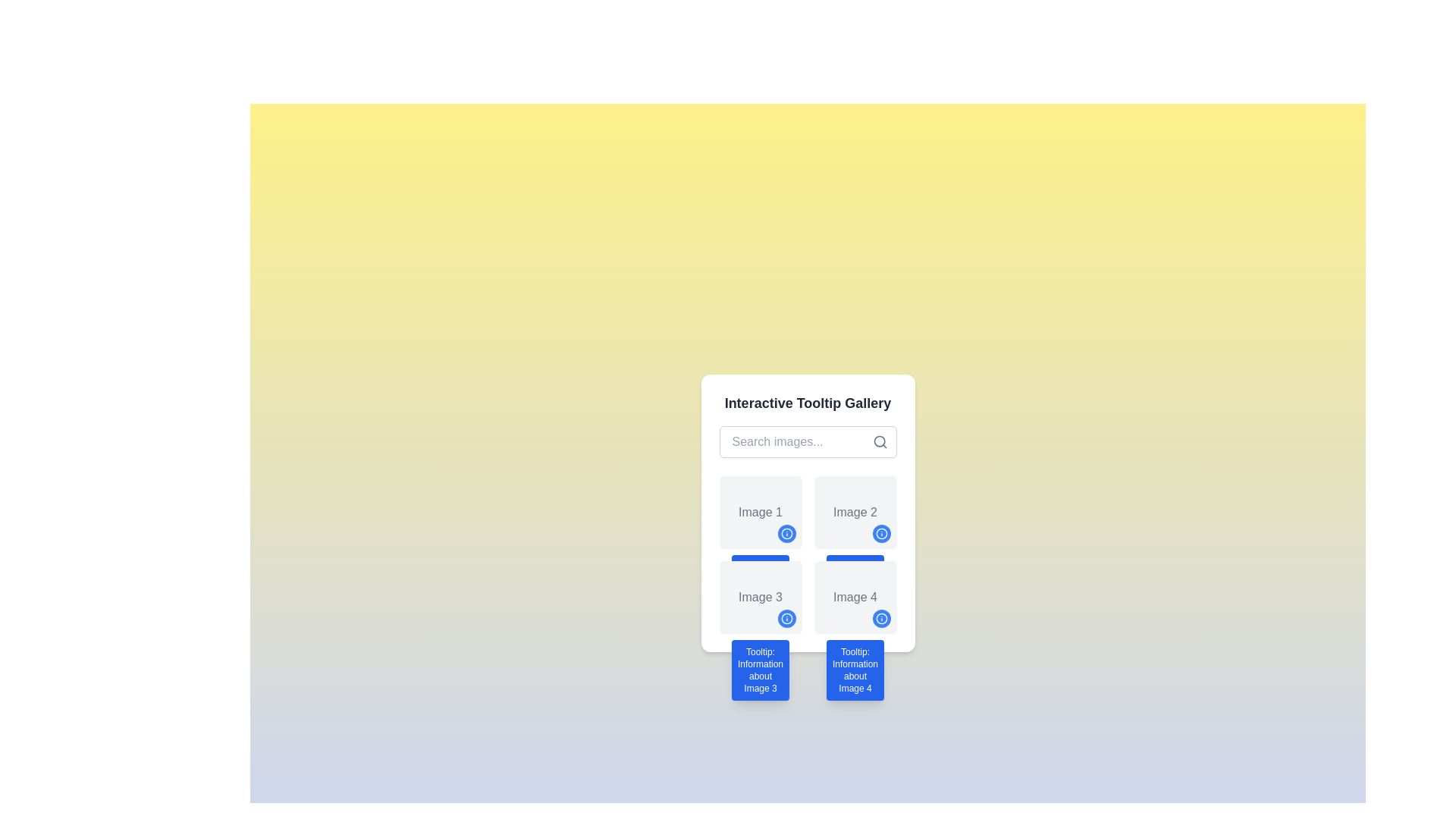 The image size is (1456, 819). I want to click on the primary SVG circle element that serves as part of an interactive icon, located centrally among overlapping shapes, so click(786, 619).